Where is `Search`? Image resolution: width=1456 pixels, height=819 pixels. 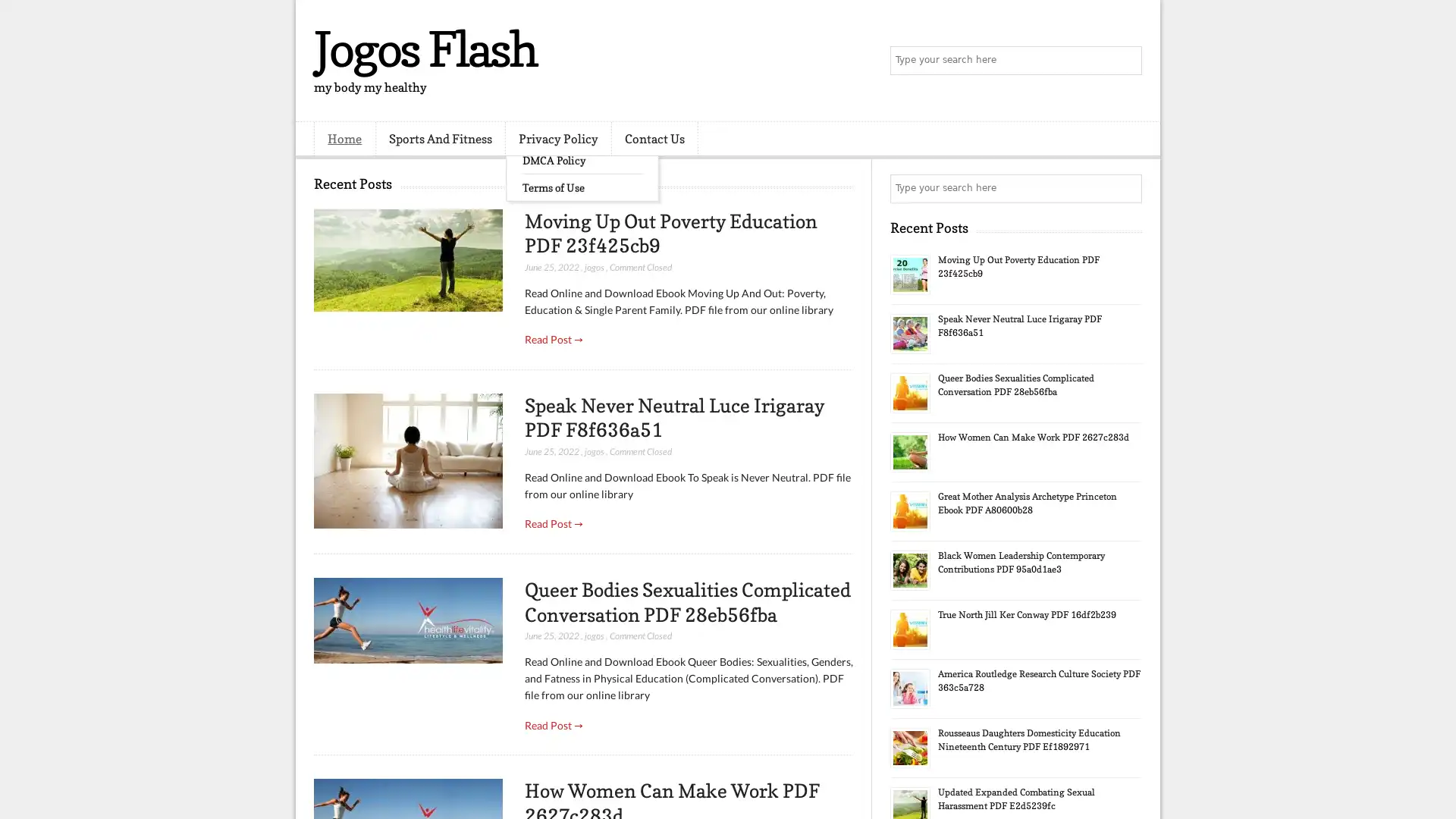
Search is located at coordinates (1126, 188).